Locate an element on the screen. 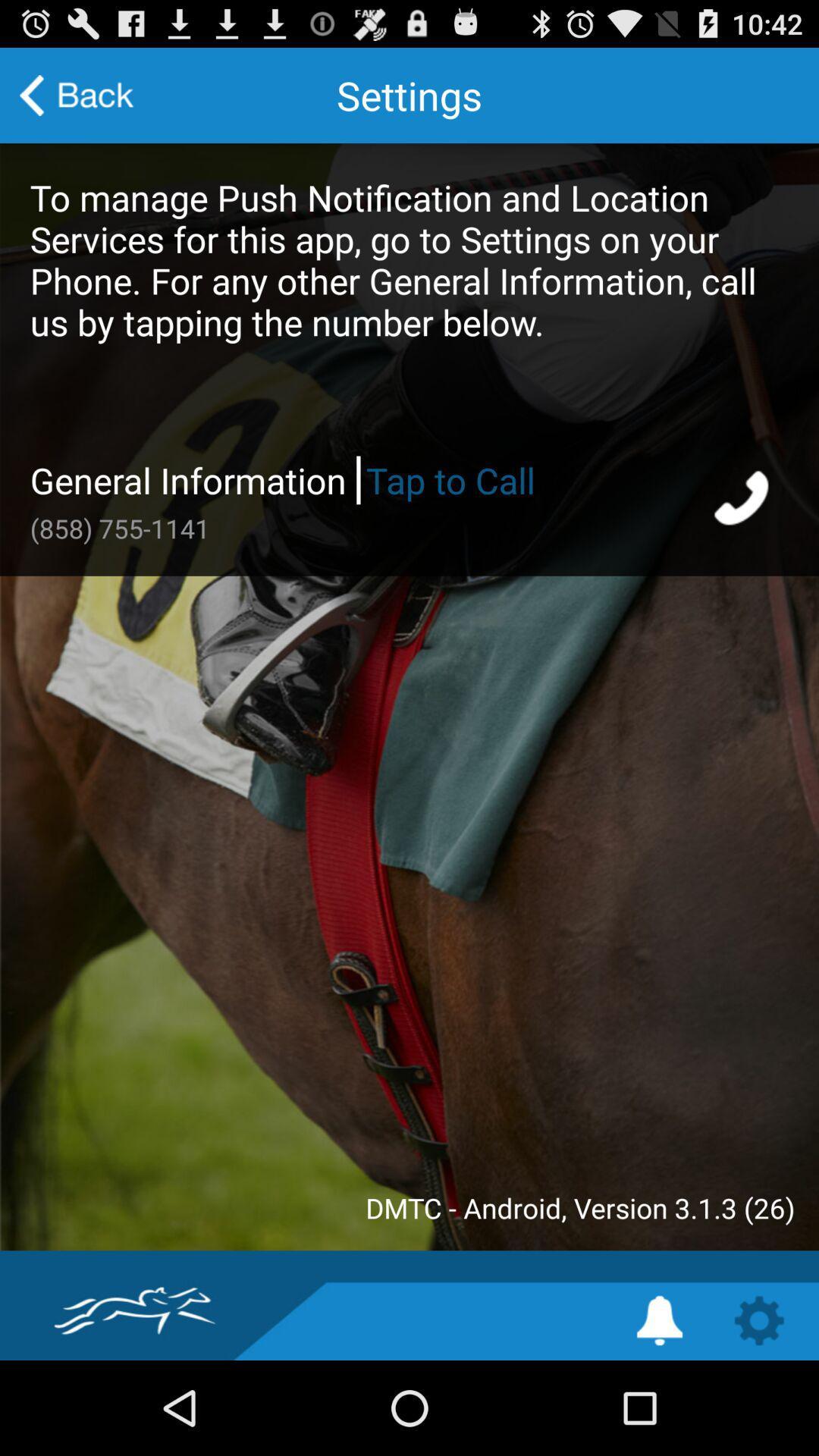 This screenshot has height=1456, width=819. start phone call is located at coordinates (742, 500).